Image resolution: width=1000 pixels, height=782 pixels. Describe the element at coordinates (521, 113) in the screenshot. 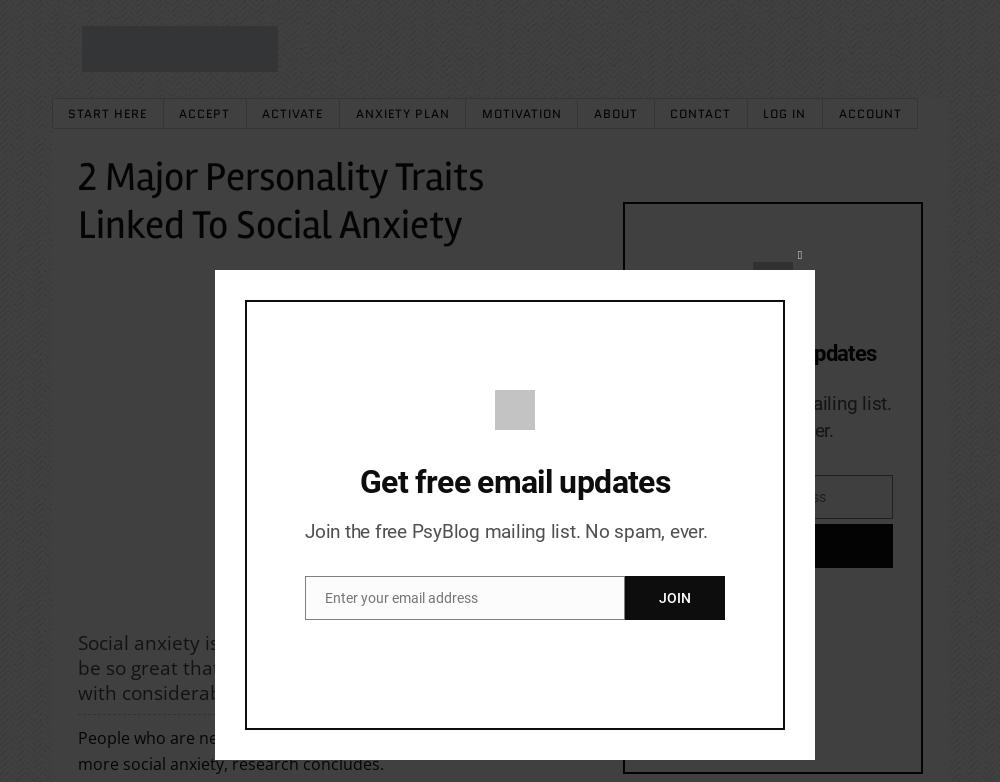

I see `'Motivation'` at that location.